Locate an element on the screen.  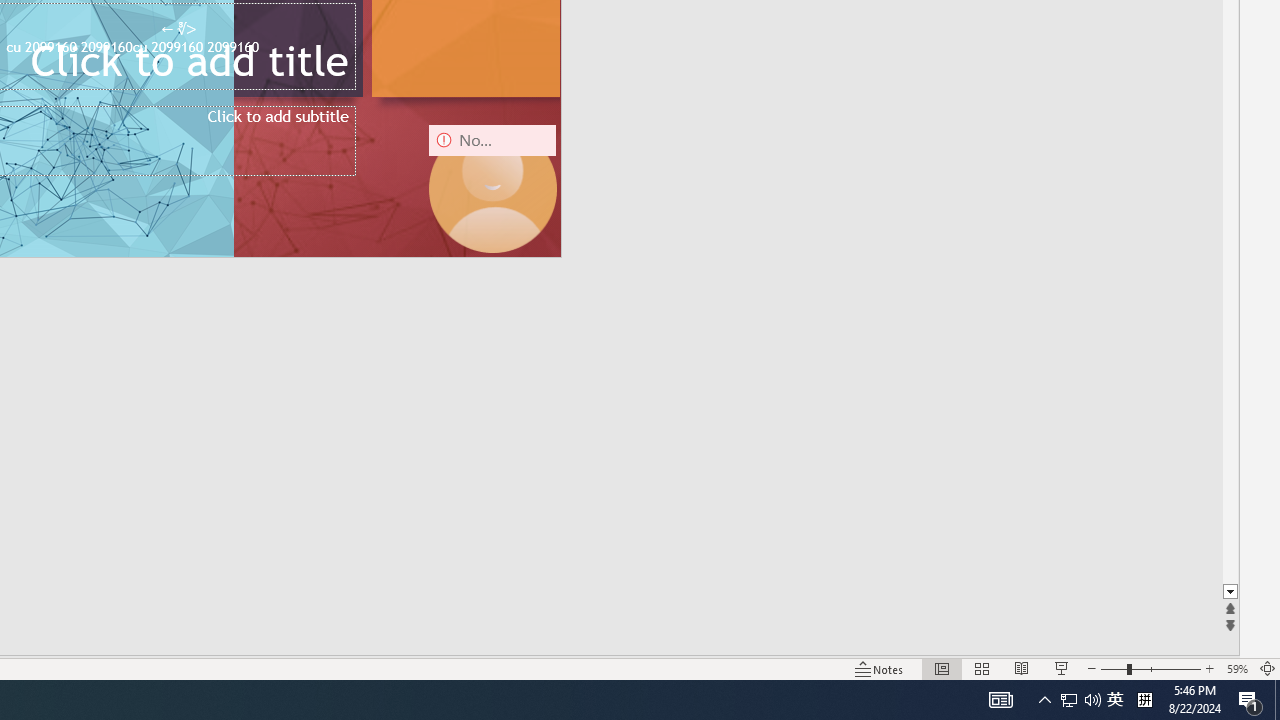
'Zoom 59%' is located at coordinates (1236, 669).